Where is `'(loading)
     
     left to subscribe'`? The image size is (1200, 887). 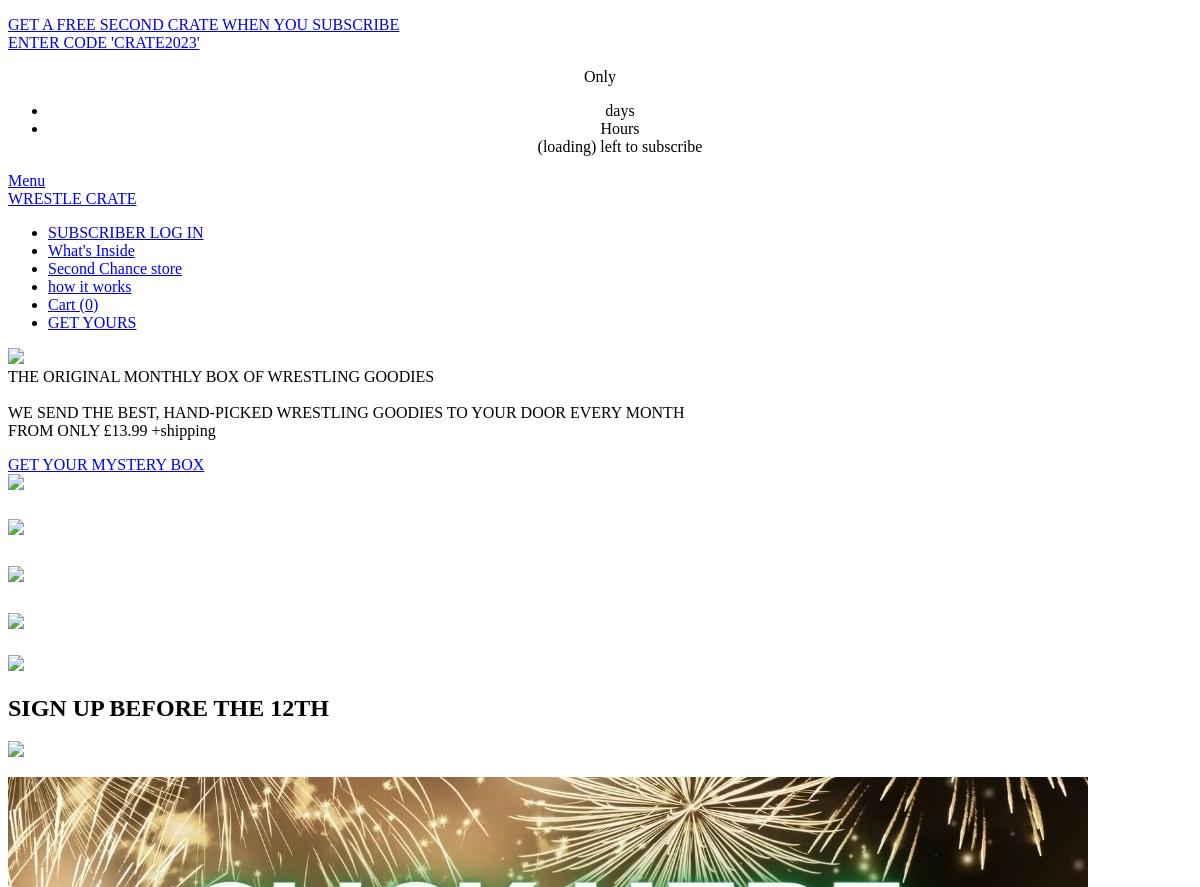 '(loading)
     
     left to subscribe' is located at coordinates (619, 146).